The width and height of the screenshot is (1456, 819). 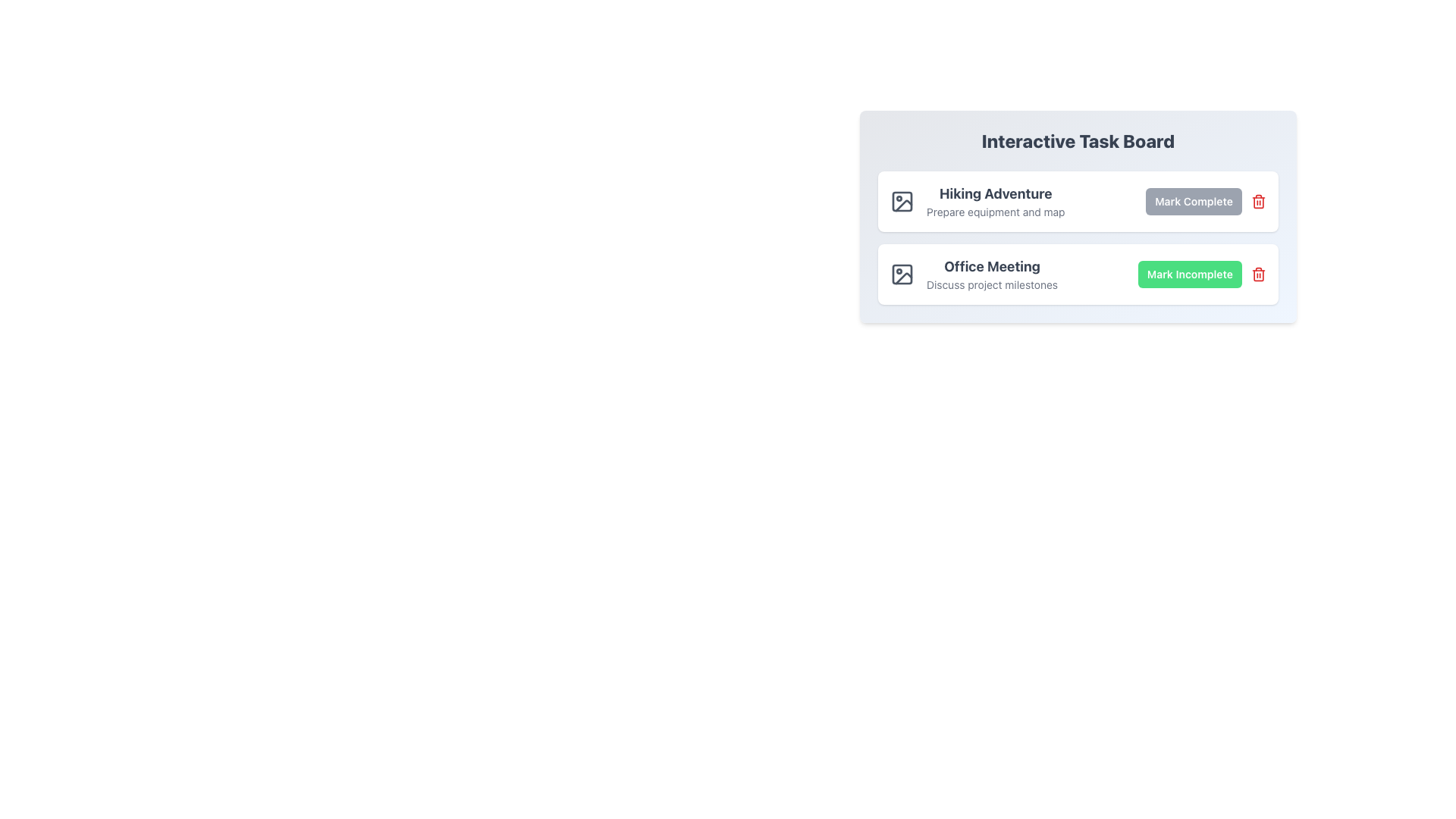 I want to click on the bright green 'Mark Incomplete' button with rounded corners and white text, located on the right end of the second row in the task list of the 'Interactive Task Board', so click(x=1189, y=275).